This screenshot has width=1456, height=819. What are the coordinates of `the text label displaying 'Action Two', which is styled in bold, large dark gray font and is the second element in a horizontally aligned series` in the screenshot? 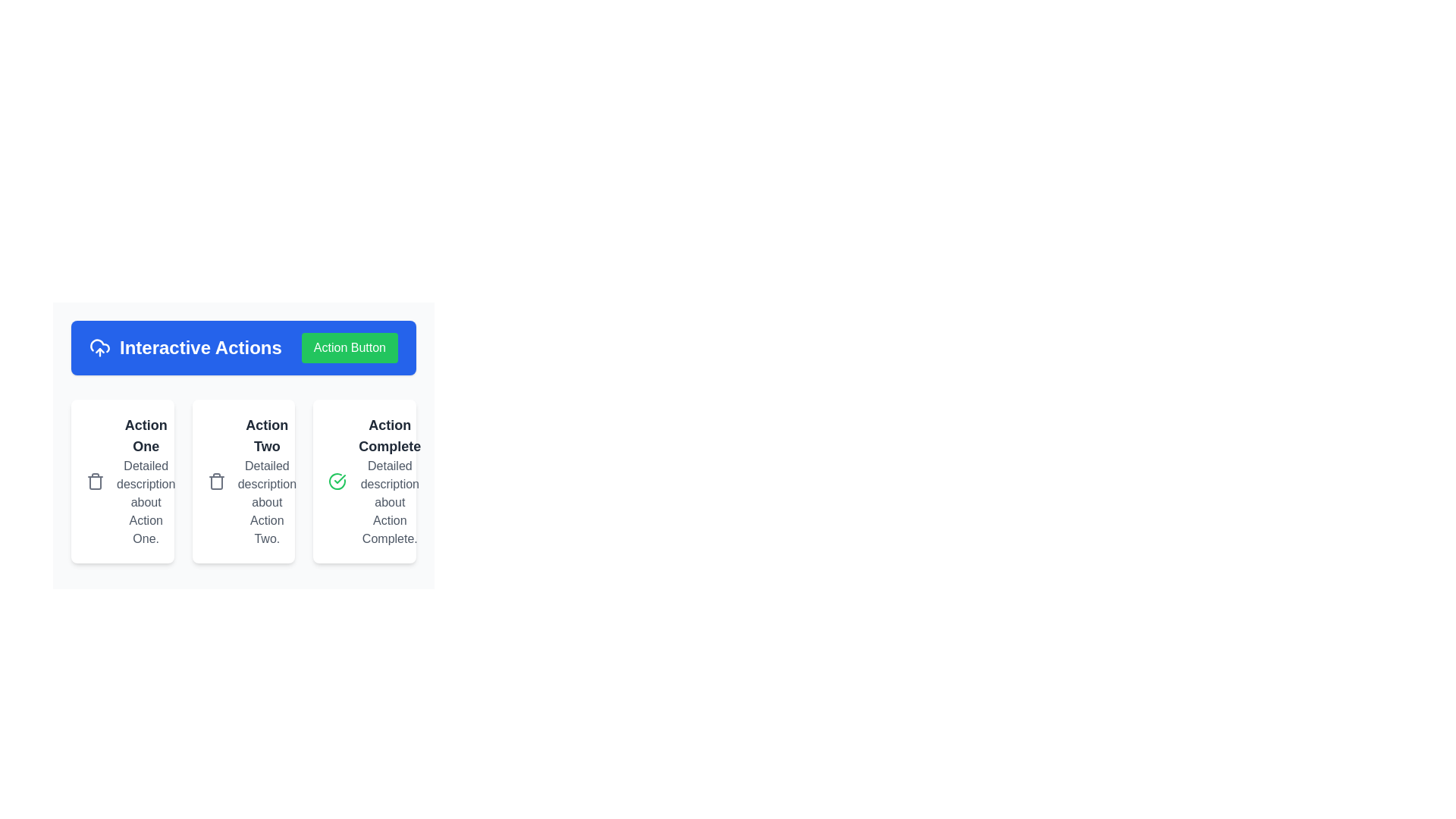 It's located at (267, 435).